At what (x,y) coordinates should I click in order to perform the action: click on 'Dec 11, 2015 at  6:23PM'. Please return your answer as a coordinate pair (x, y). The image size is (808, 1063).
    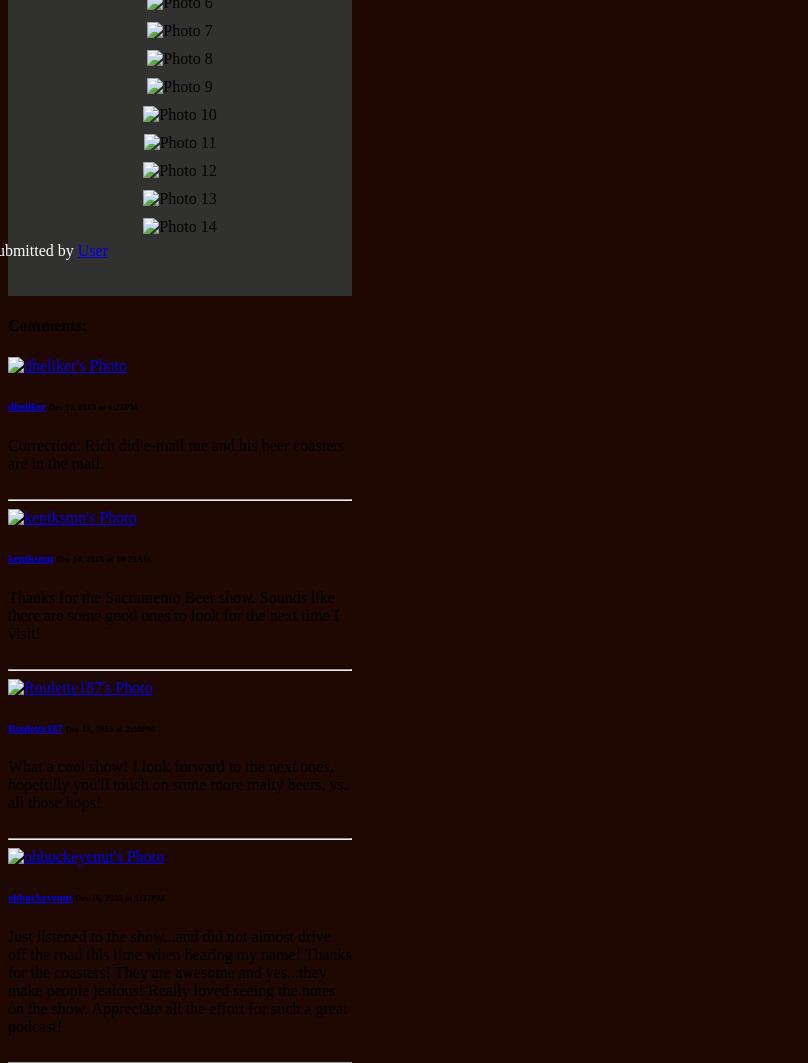
    Looking at the image, I should click on (47, 405).